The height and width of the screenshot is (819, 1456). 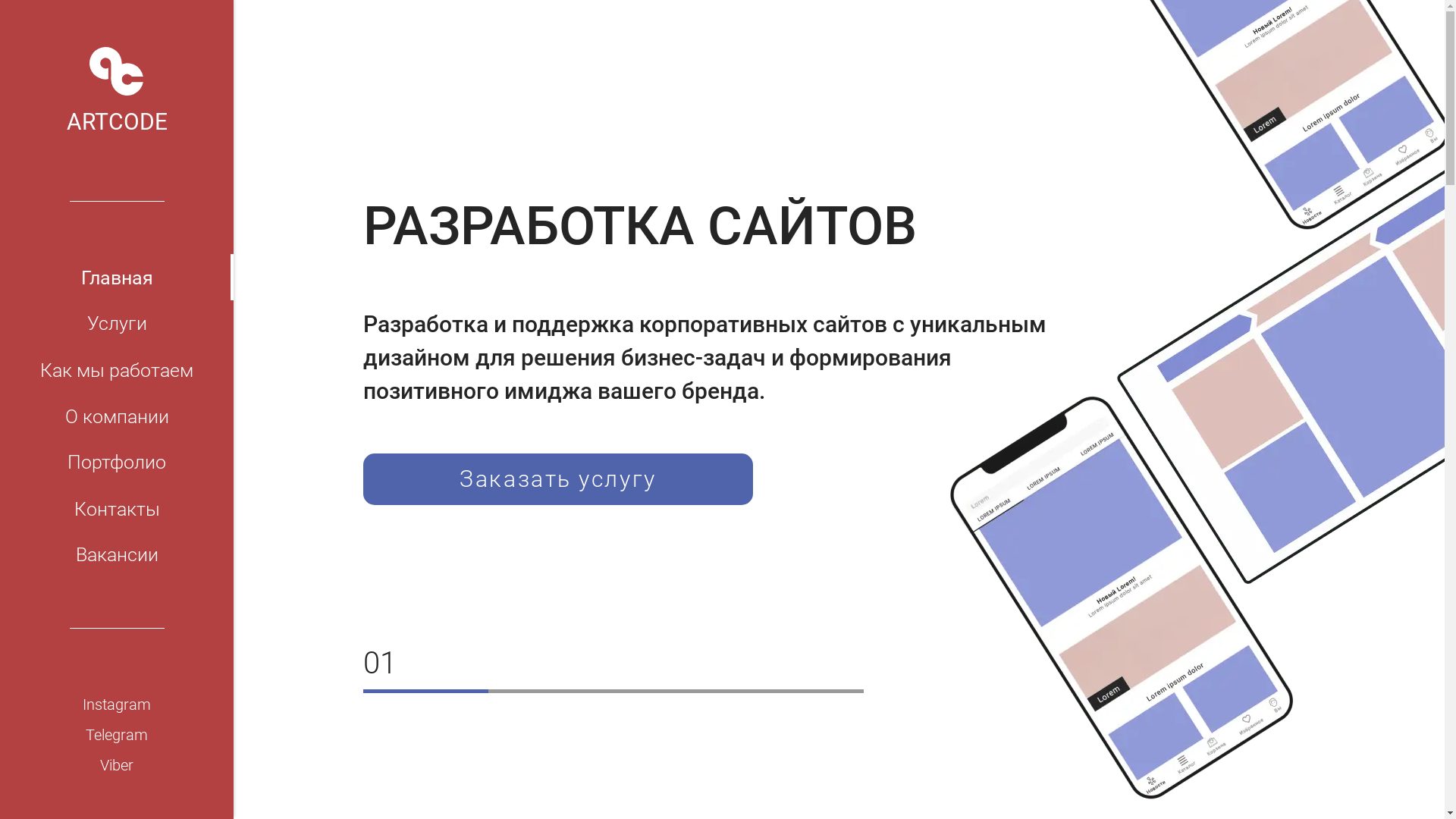 I want to click on 'Viber', so click(x=115, y=765).